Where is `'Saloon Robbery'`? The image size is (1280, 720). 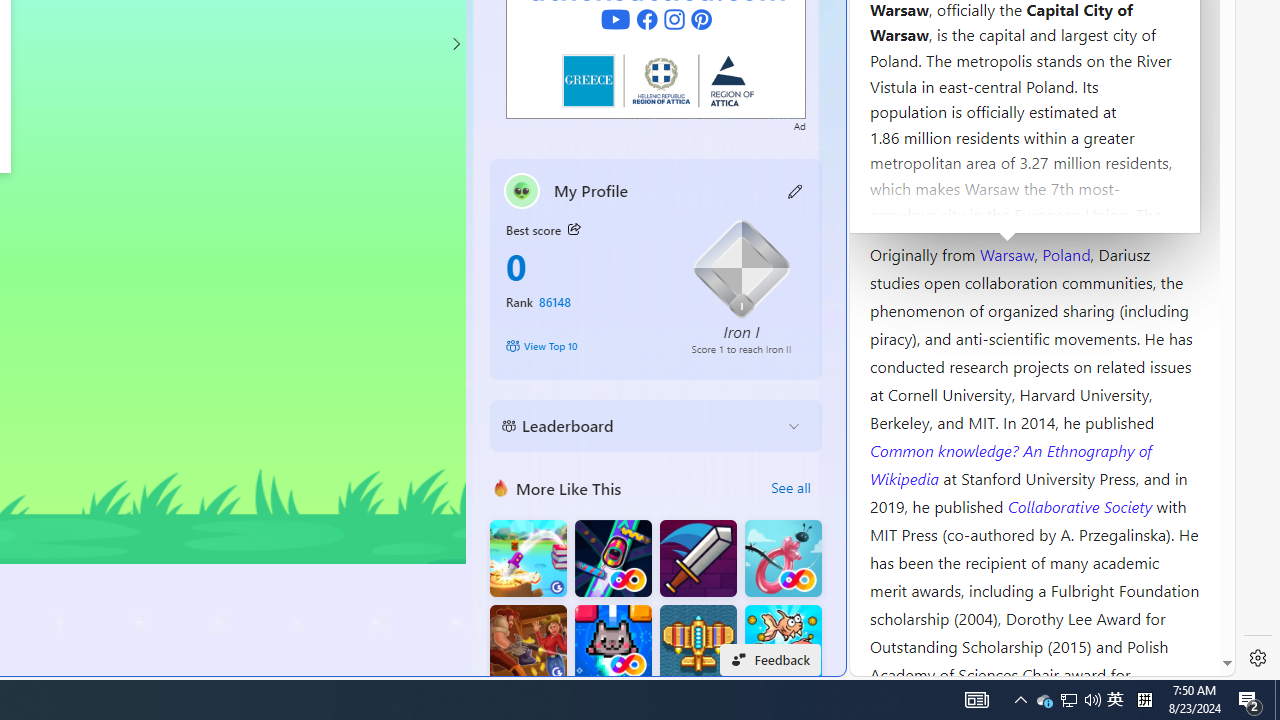
'Saloon Robbery' is located at coordinates (528, 643).